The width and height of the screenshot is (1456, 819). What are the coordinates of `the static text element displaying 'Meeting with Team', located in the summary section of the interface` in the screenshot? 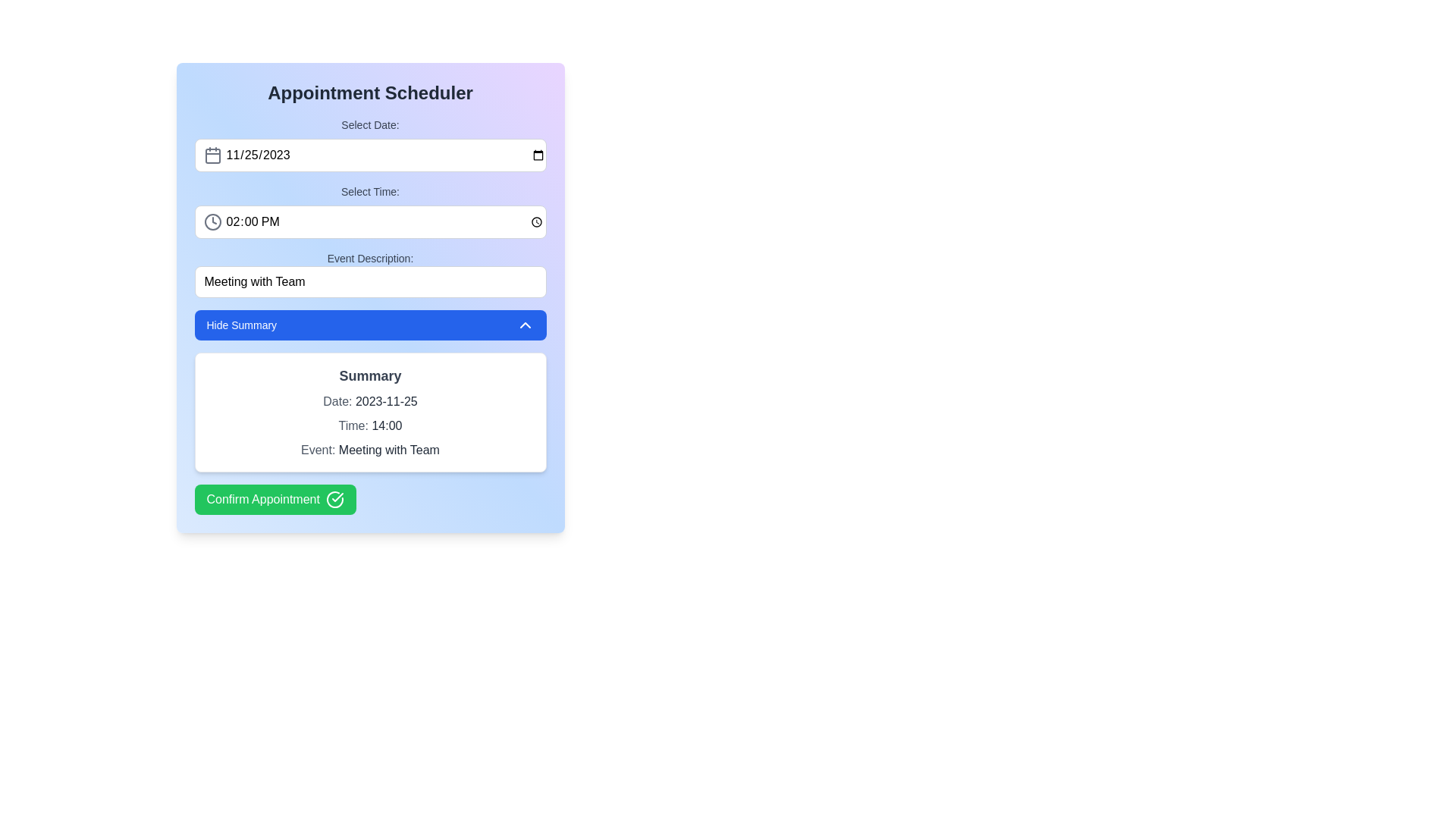 It's located at (389, 449).